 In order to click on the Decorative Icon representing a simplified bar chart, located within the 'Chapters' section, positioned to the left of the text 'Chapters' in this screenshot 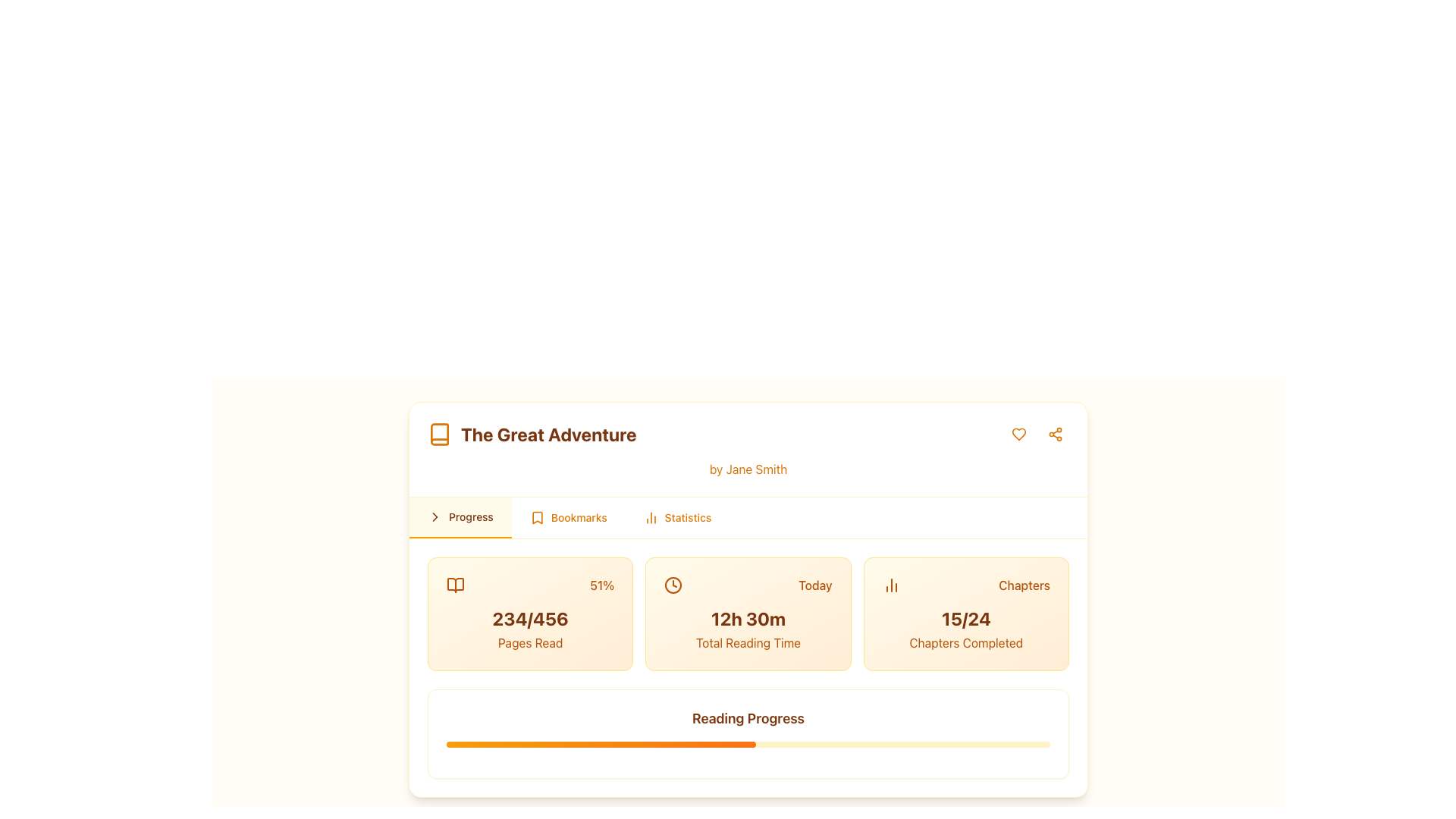, I will do `click(891, 584)`.